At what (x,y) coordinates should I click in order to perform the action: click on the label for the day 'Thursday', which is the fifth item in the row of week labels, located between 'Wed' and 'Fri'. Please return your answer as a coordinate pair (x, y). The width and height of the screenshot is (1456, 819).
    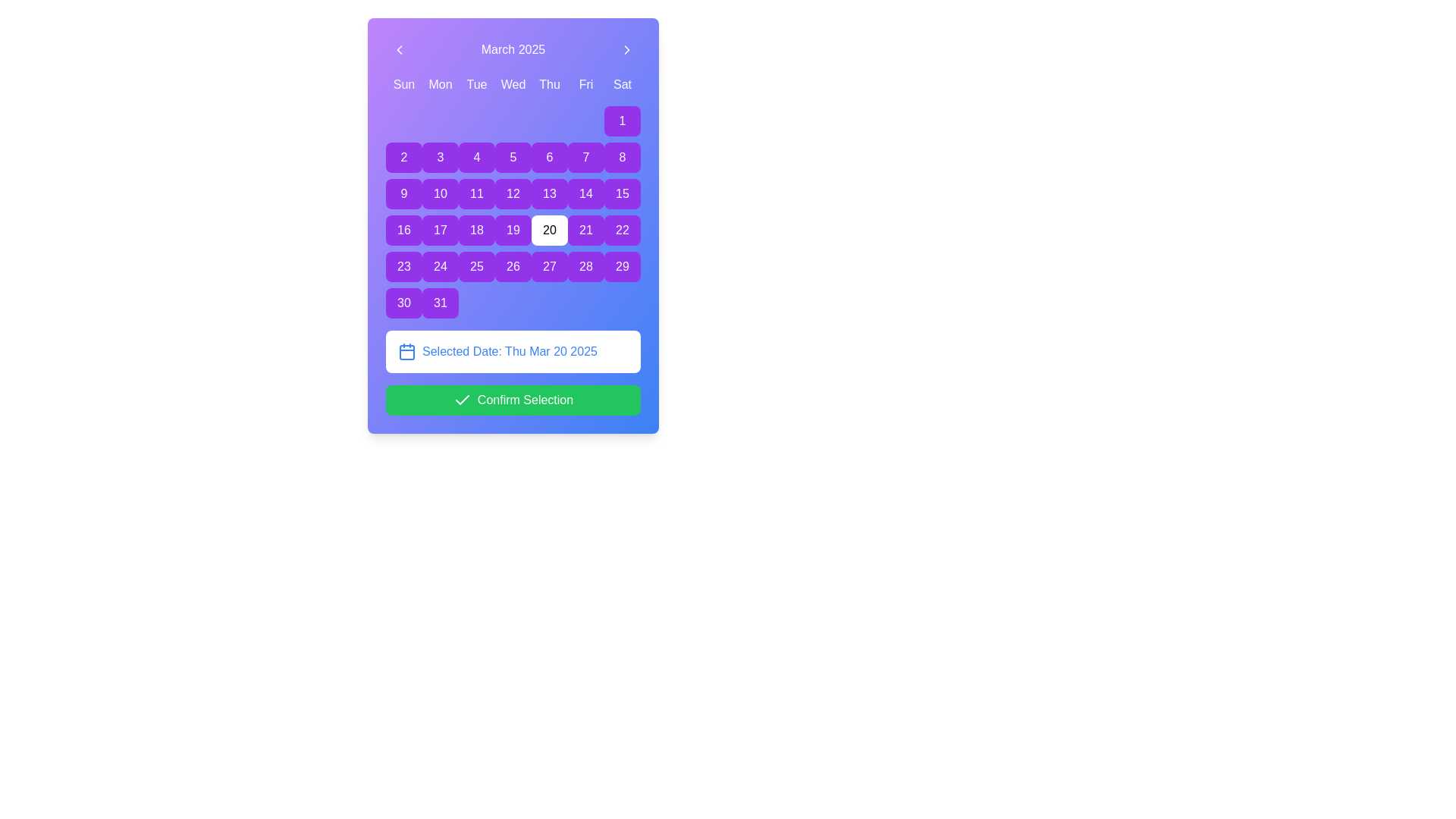
    Looking at the image, I should click on (548, 84).